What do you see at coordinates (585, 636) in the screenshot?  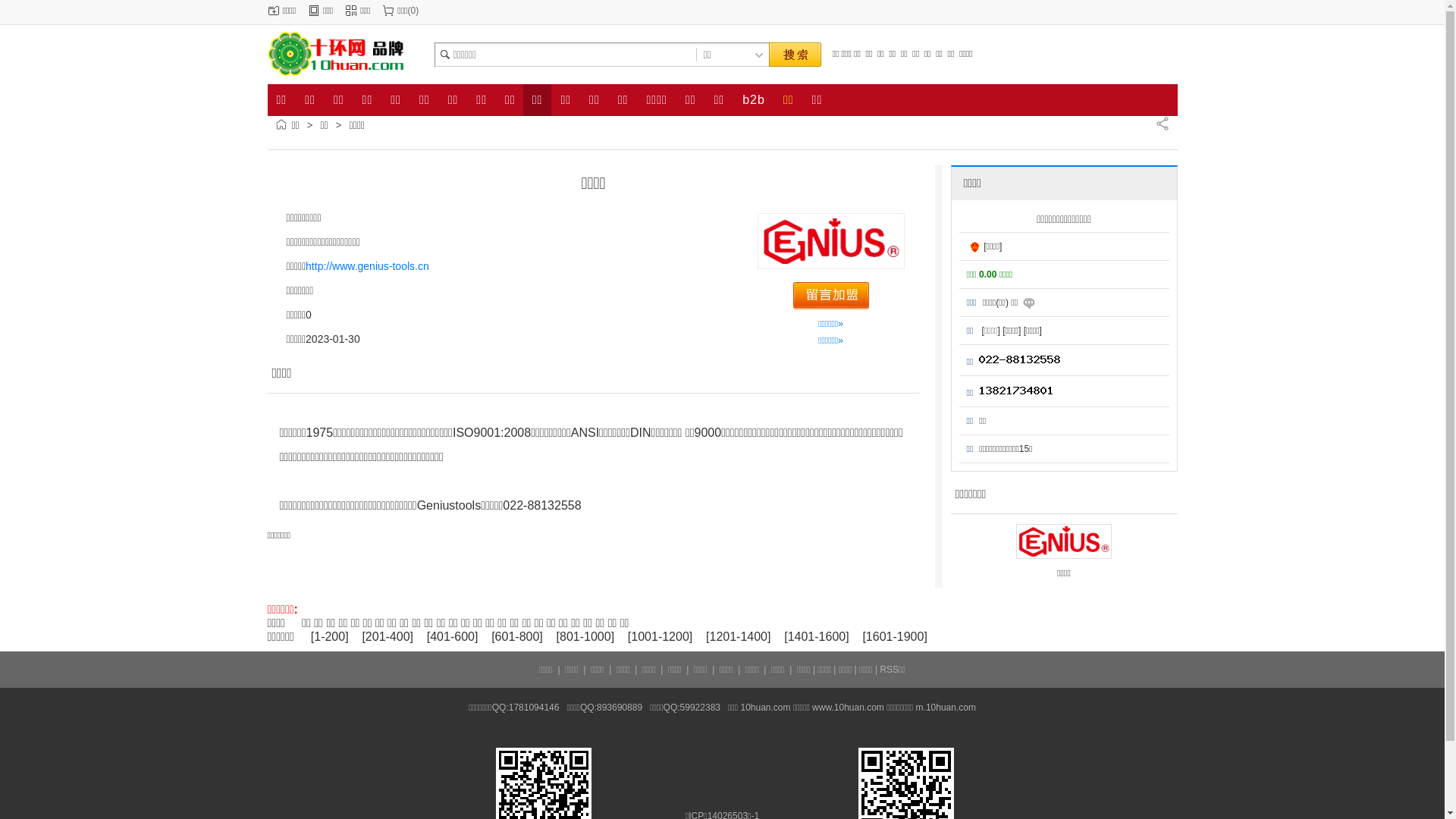 I see `'801-1000'` at bounding box center [585, 636].